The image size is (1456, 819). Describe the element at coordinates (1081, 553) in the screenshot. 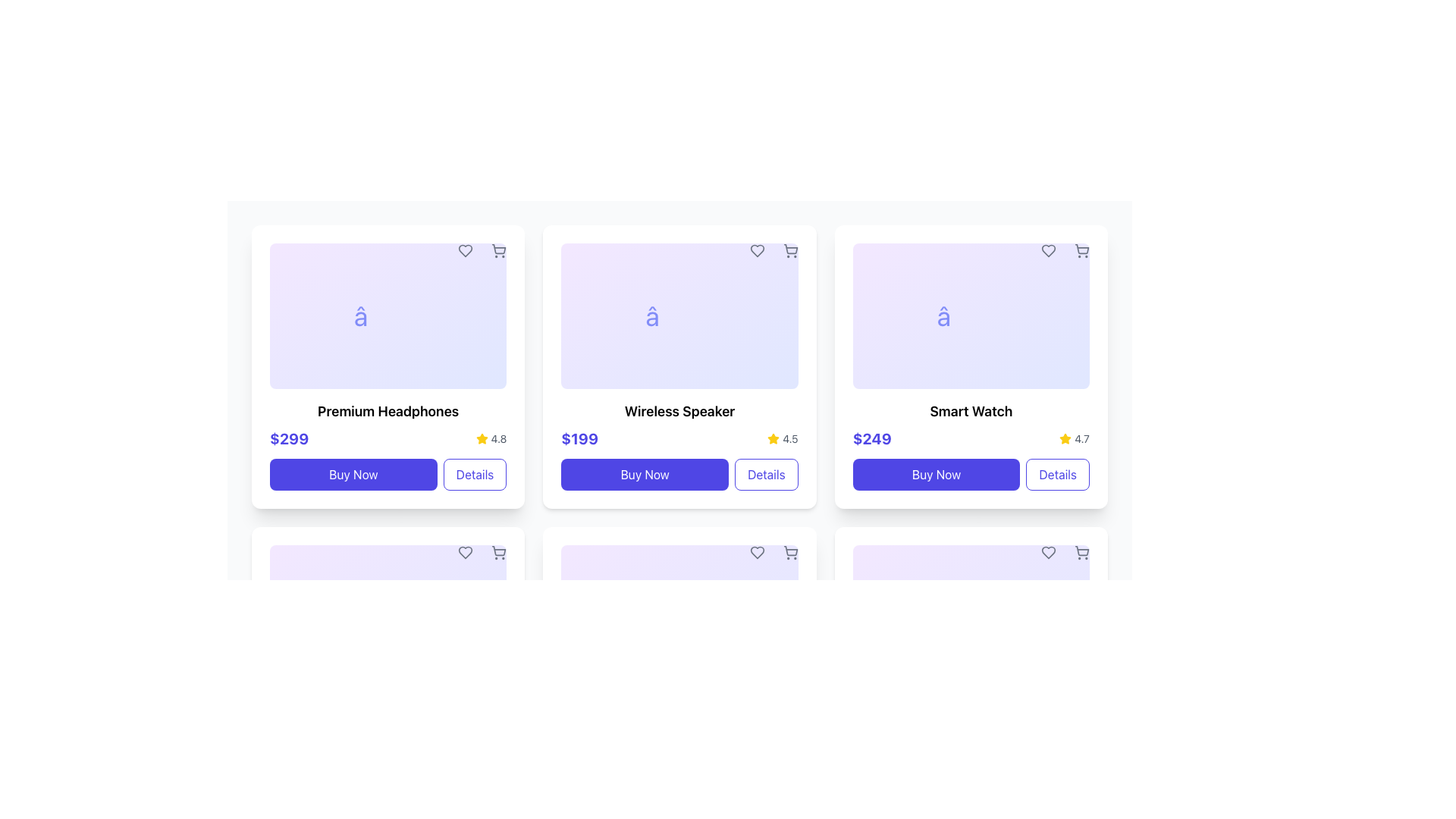

I see `the add to cart icon located in the top-right corner of the third product card under the 'Smart Watch' section` at that location.